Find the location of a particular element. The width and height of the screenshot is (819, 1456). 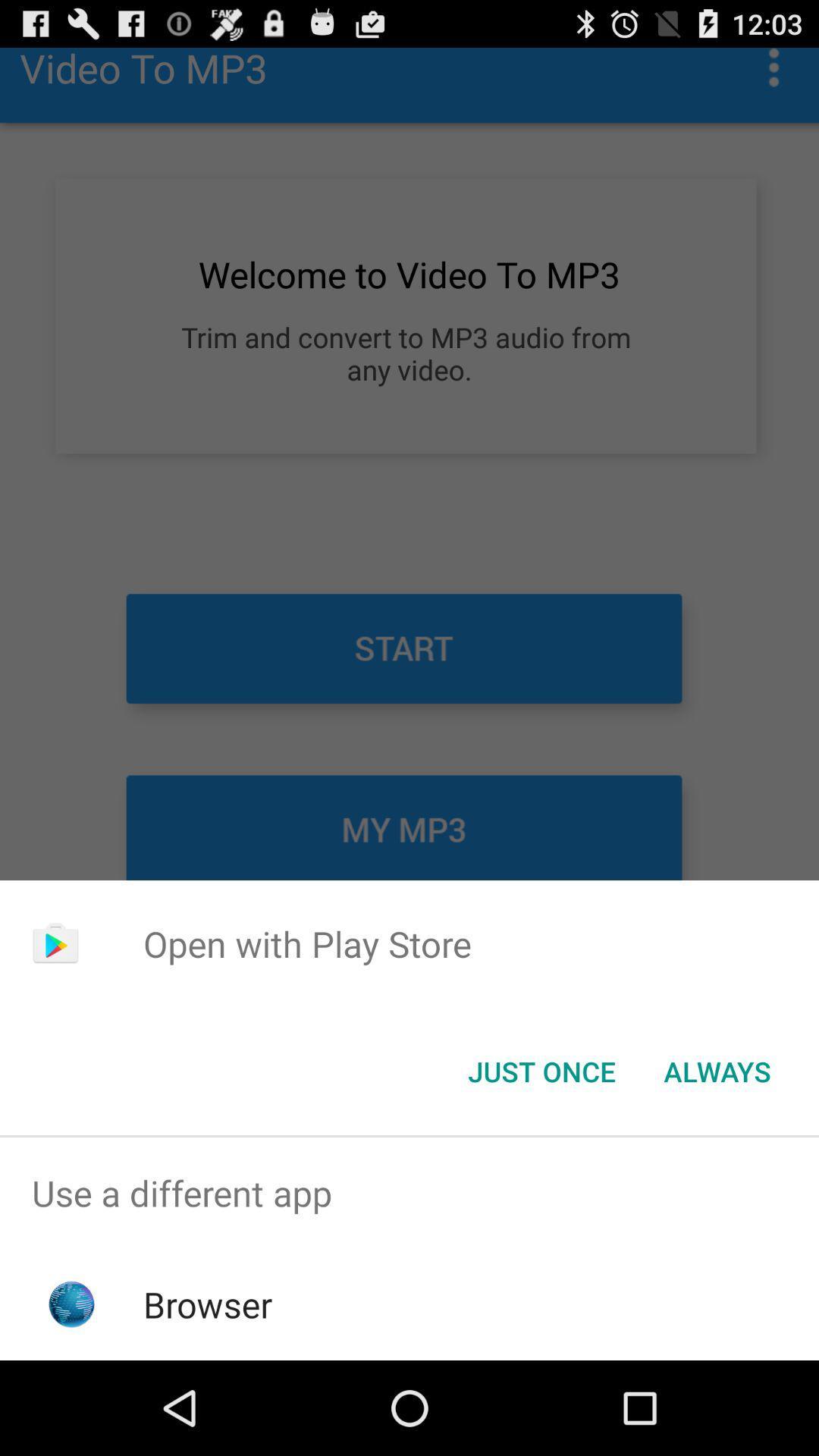

item to the left of the always button is located at coordinates (541, 1070).